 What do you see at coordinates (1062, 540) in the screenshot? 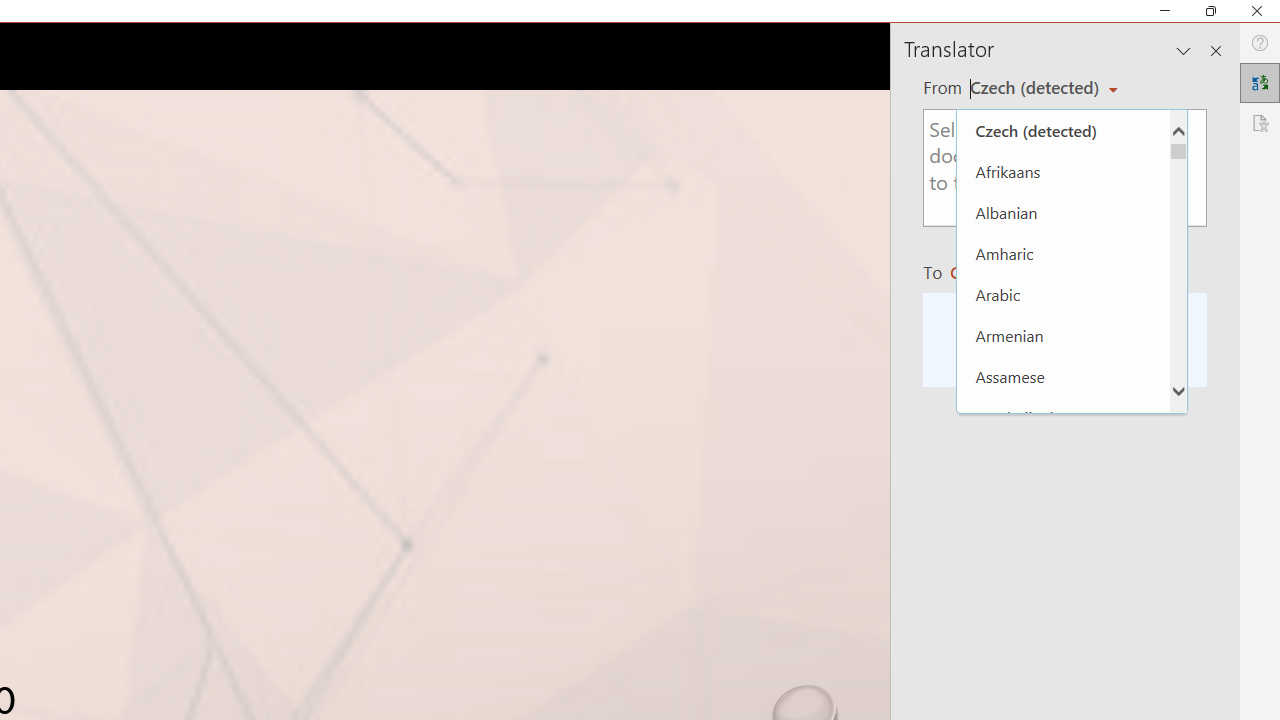
I see `'Basque'` at bounding box center [1062, 540].